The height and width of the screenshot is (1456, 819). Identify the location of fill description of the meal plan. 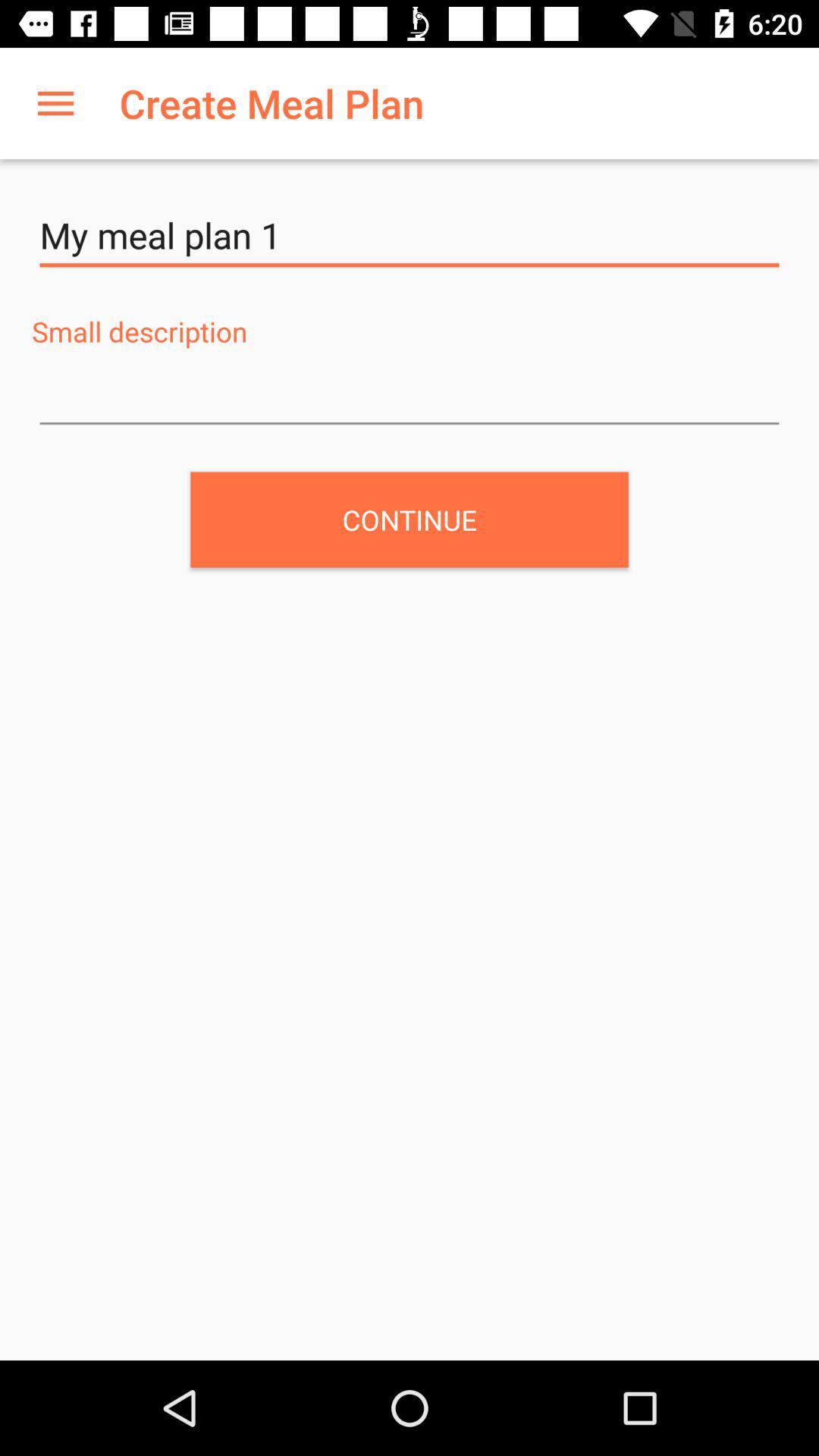
(409, 395).